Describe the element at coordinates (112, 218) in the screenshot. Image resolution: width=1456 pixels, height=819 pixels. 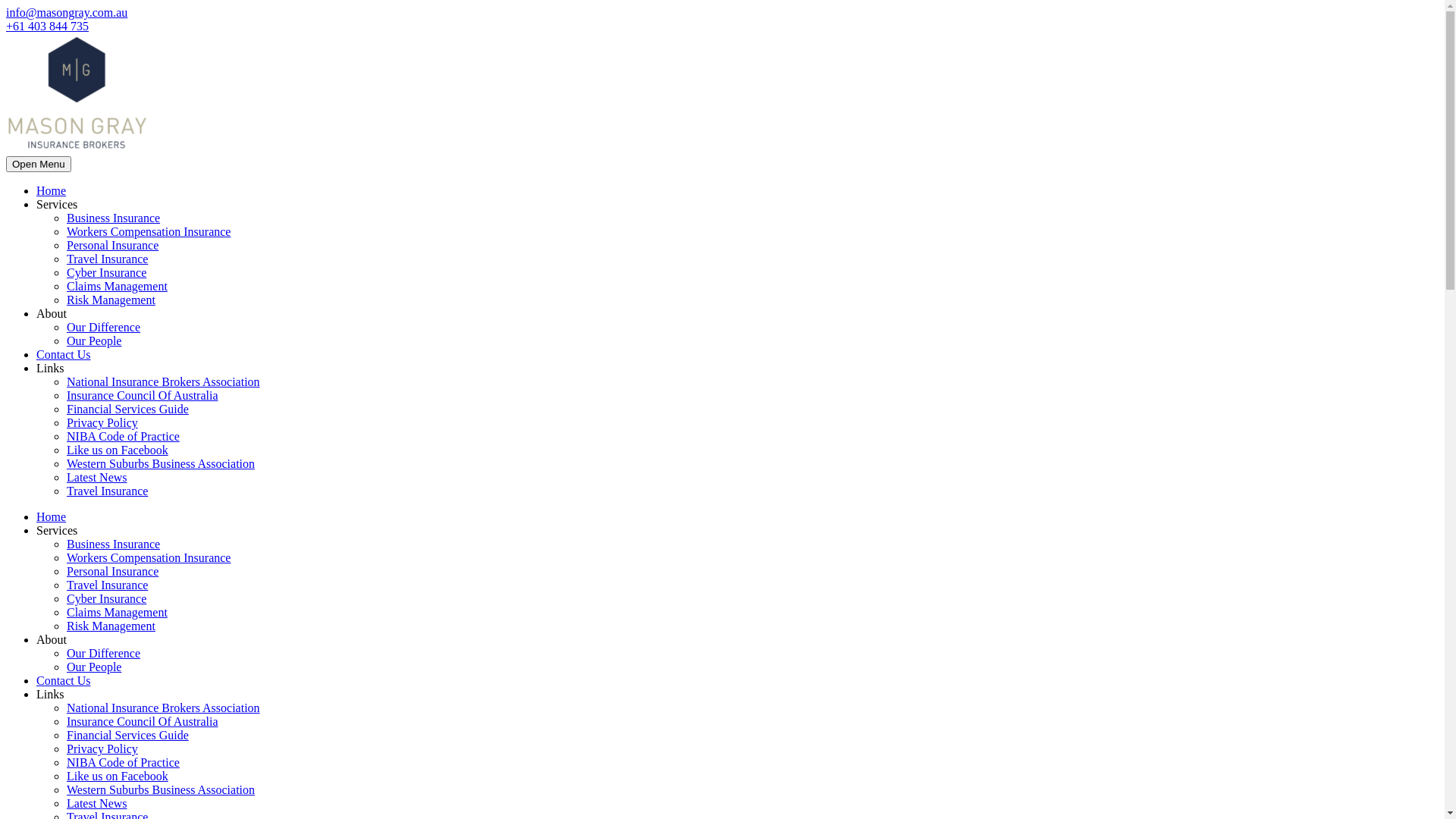
I see `'Business Insurance'` at that location.